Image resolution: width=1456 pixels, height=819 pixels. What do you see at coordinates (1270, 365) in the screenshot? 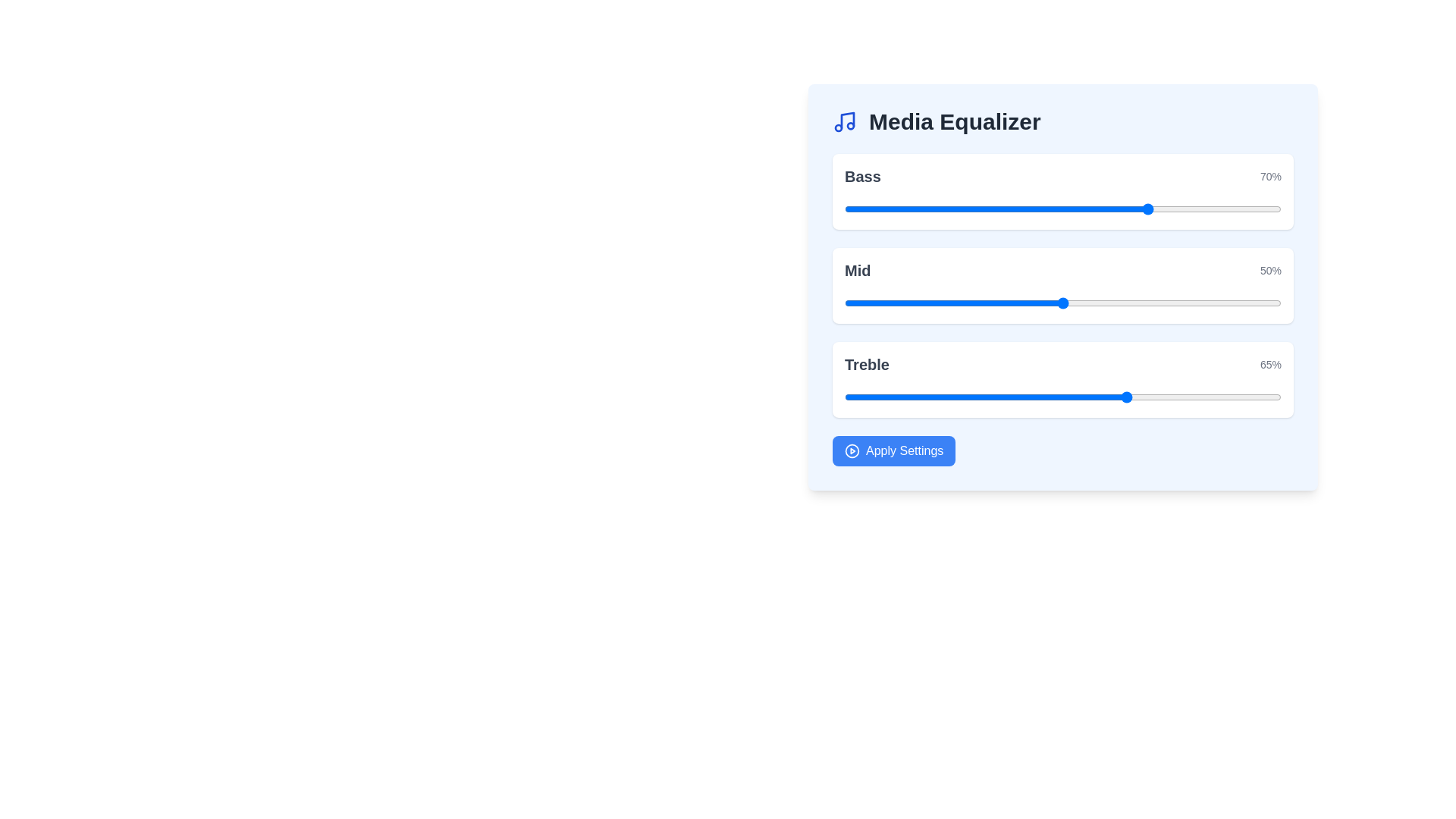
I see `the static text label displaying the value of 65% for the 'Treble' equalizer, which is located to the right of the 'Treble' label in the Media Equalizer section` at bounding box center [1270, 365].